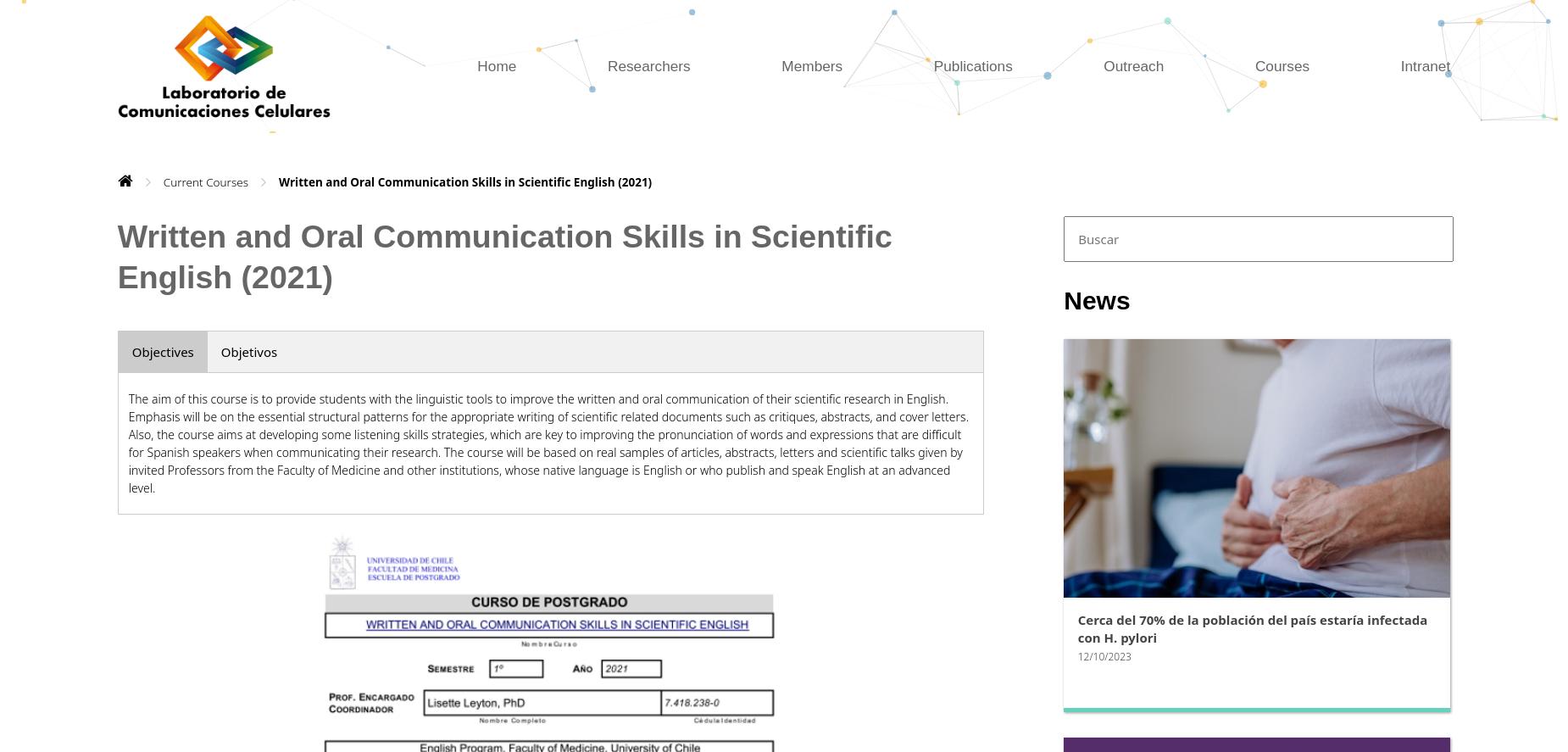 The height and width of the screenshot is (752, 1568). What do you see at coordinates (810, 64) in the screenshot?
I see `'Members'` at bounding box center [810, 64].